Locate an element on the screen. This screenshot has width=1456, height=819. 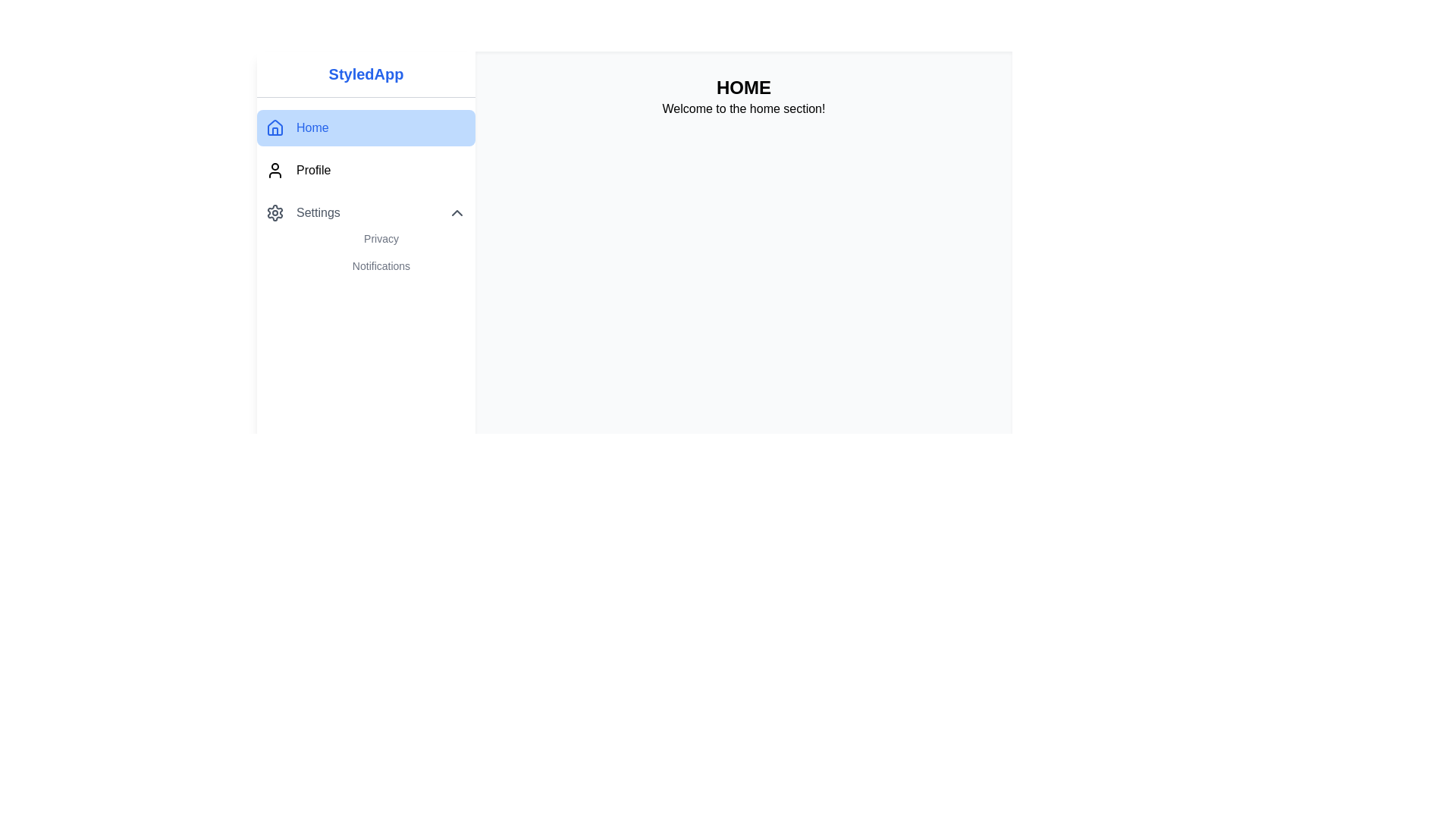
the static text element that displays 'Welcome to the home section!' and is centered horizontally within a light gray section below the 'HOME' header is located at coordinates (743, 108).